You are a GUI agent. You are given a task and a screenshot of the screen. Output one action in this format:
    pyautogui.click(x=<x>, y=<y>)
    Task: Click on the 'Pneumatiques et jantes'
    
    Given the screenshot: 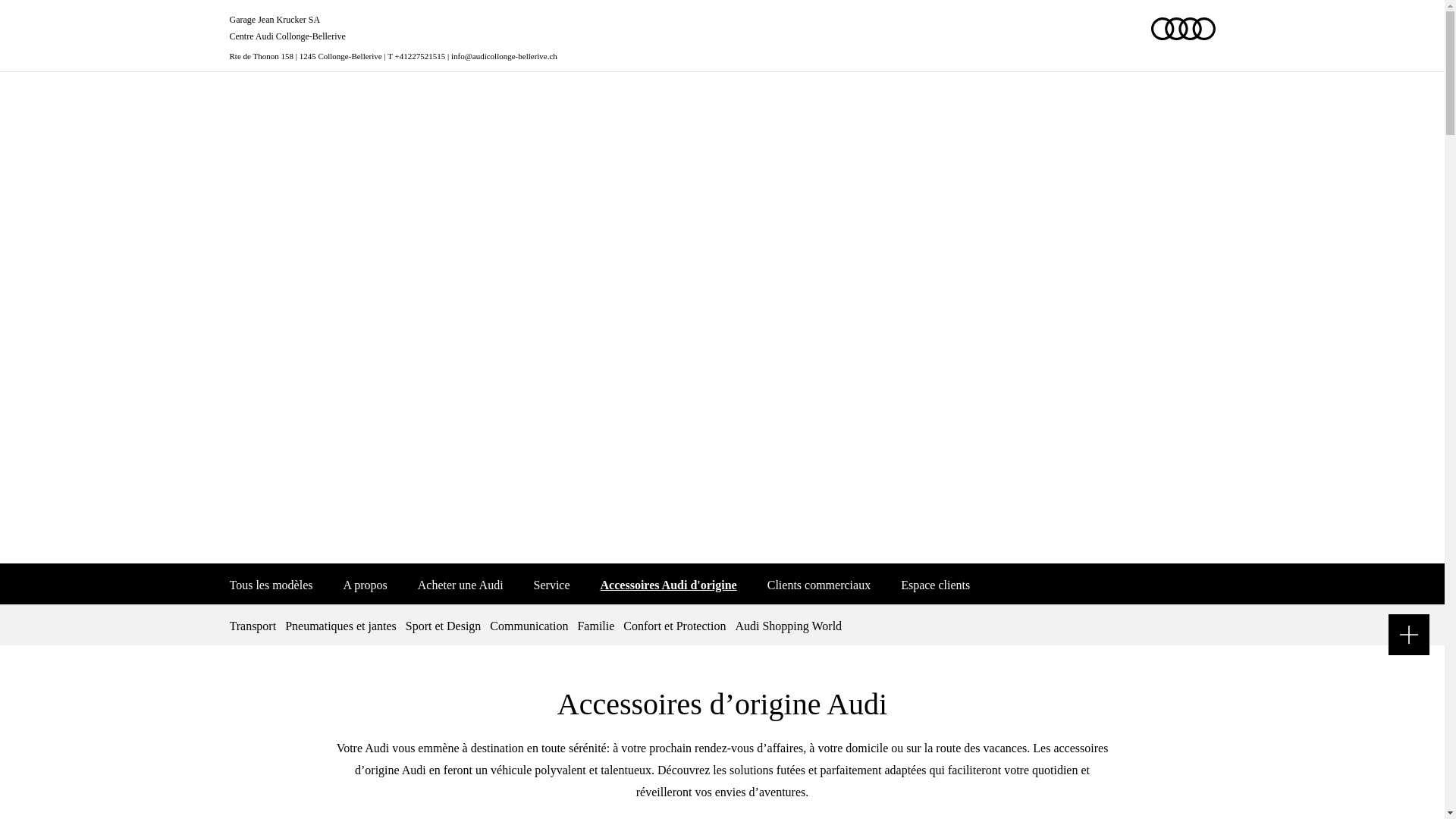 What is the action you would take?
    pyautogui.click(x=280, y=625)
    